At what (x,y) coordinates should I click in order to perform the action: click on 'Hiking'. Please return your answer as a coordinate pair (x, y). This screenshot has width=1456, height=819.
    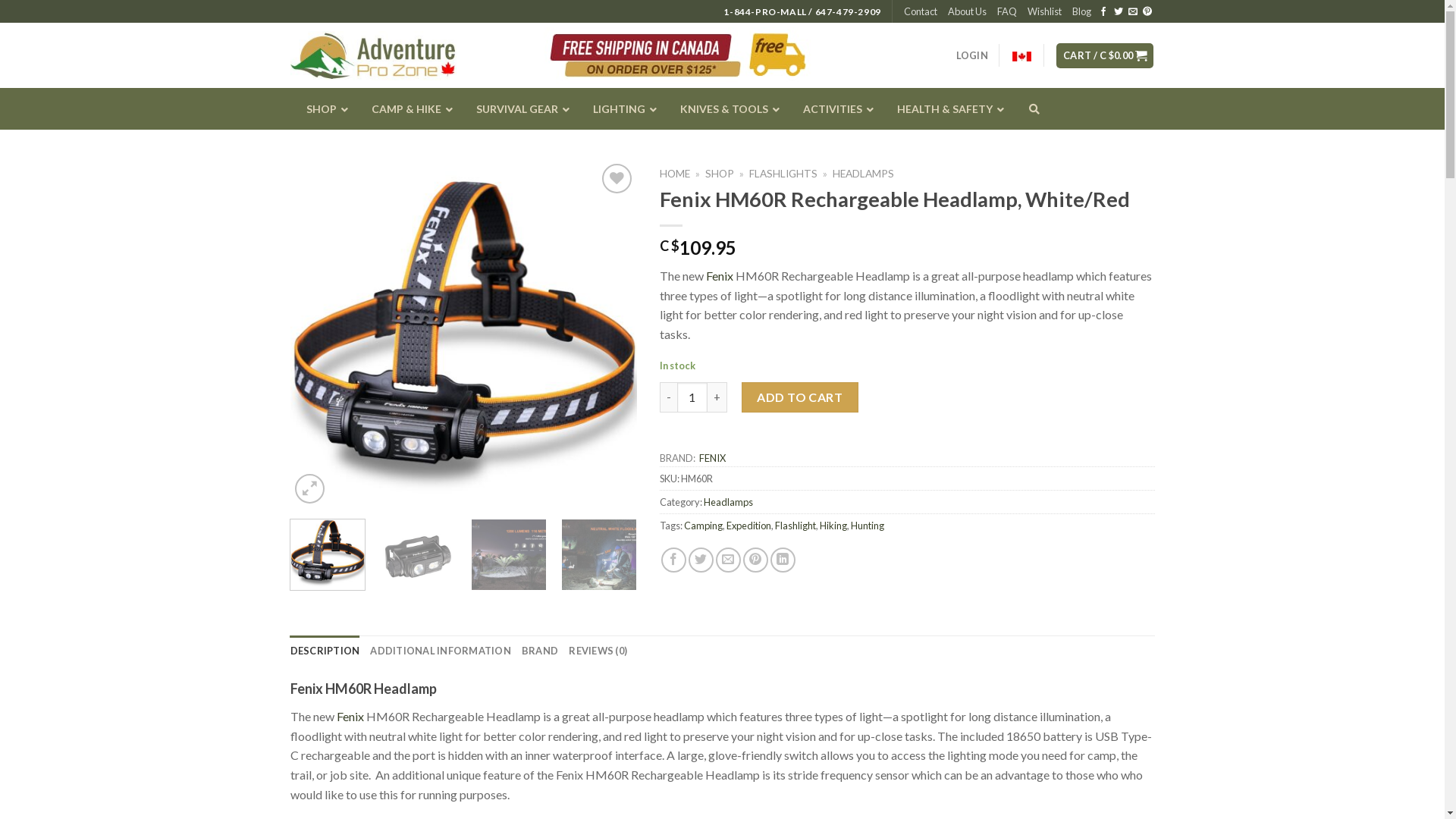
    Looking at the image, I should click on (833, 525).